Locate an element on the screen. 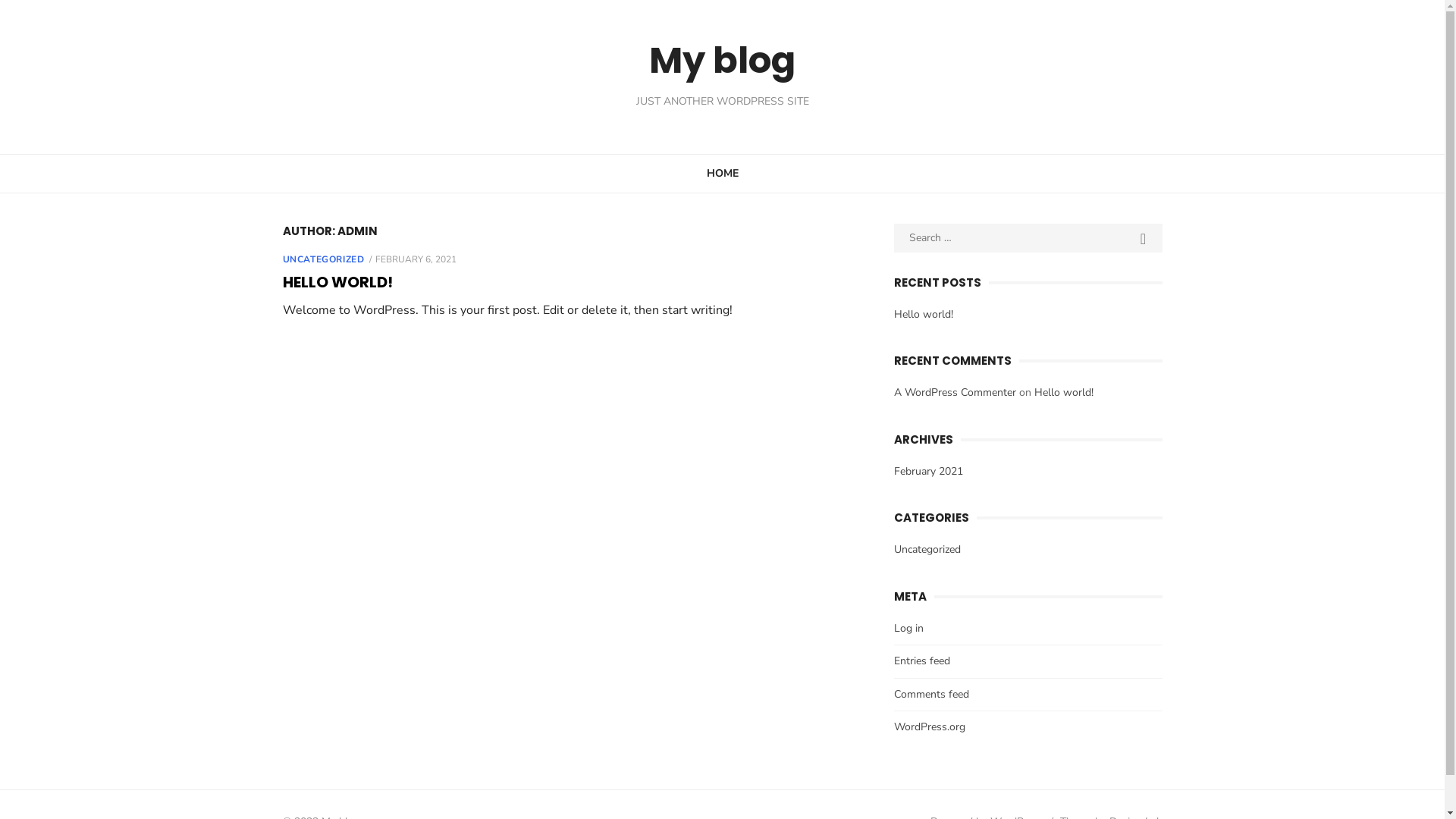 Image resolution: width=1456 pixels, height=819 pixels. 'Comments feed' is located at coordinates (930, 694).